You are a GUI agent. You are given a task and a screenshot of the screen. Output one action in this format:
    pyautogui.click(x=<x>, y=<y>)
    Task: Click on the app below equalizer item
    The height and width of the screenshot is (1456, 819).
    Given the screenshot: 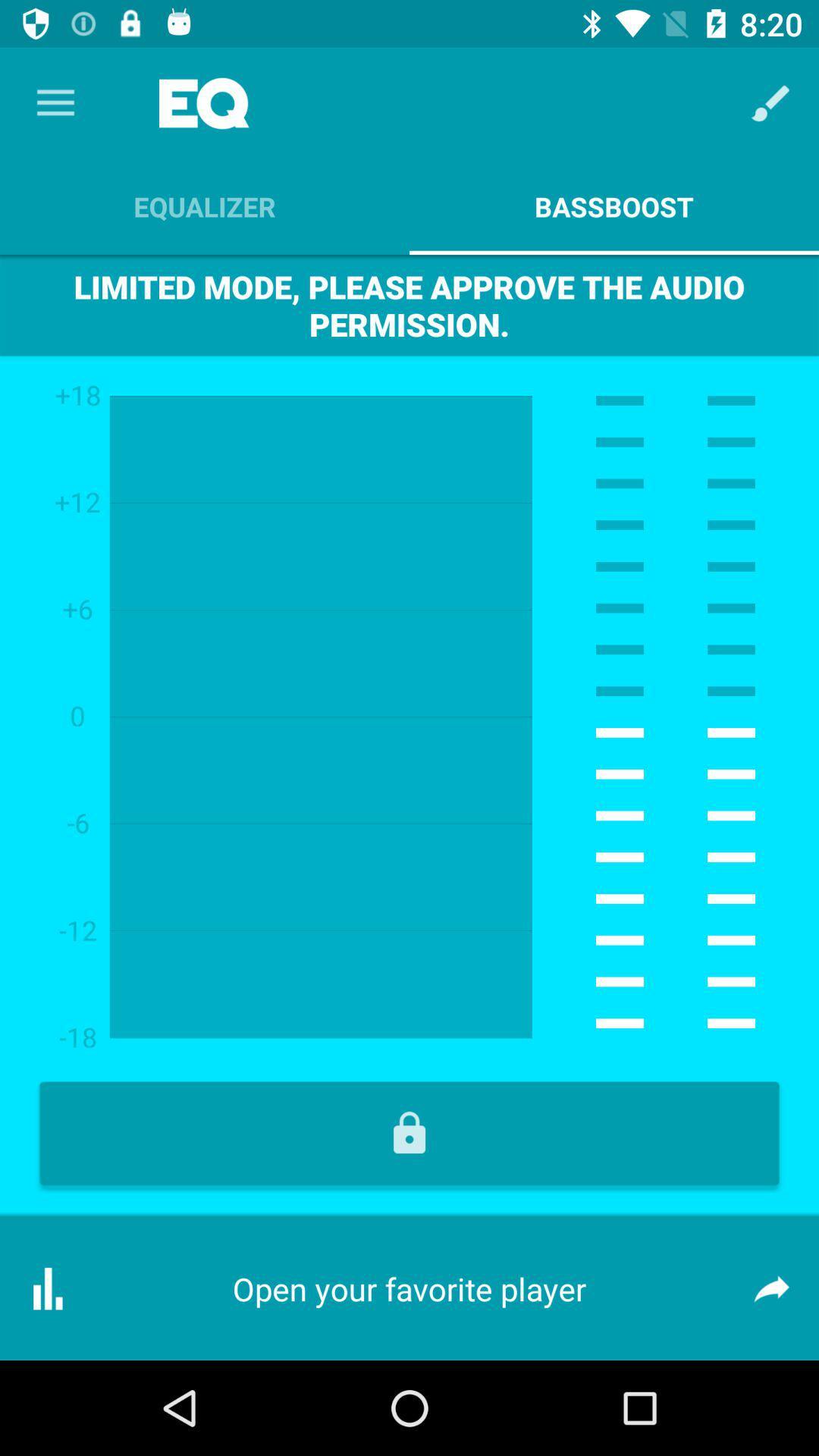 What is the action you would take?
    pyautogui.click(x=409, y=304)
    